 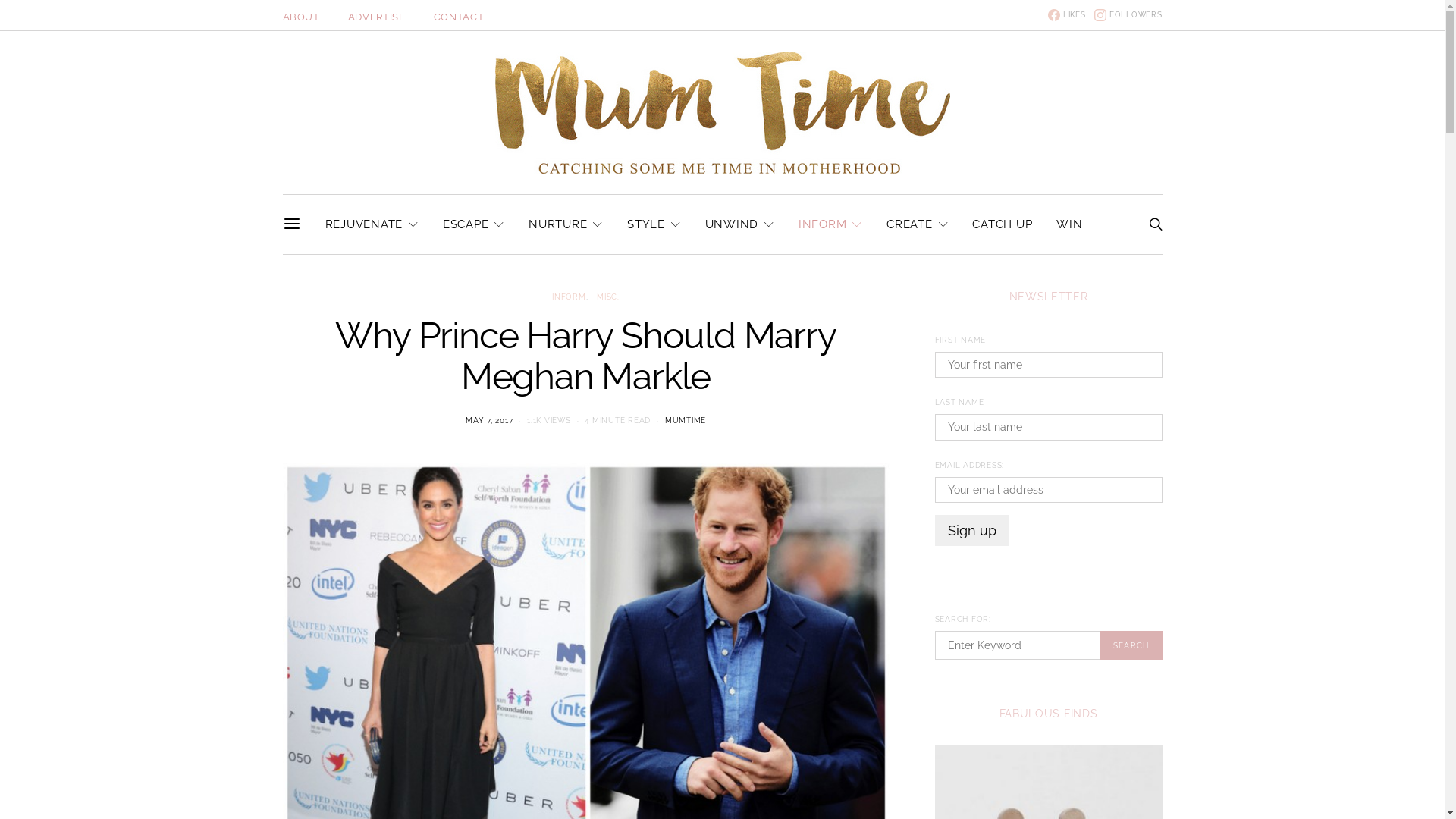 I want to click on 'CATCH UP', so click(x=1002, y=224).